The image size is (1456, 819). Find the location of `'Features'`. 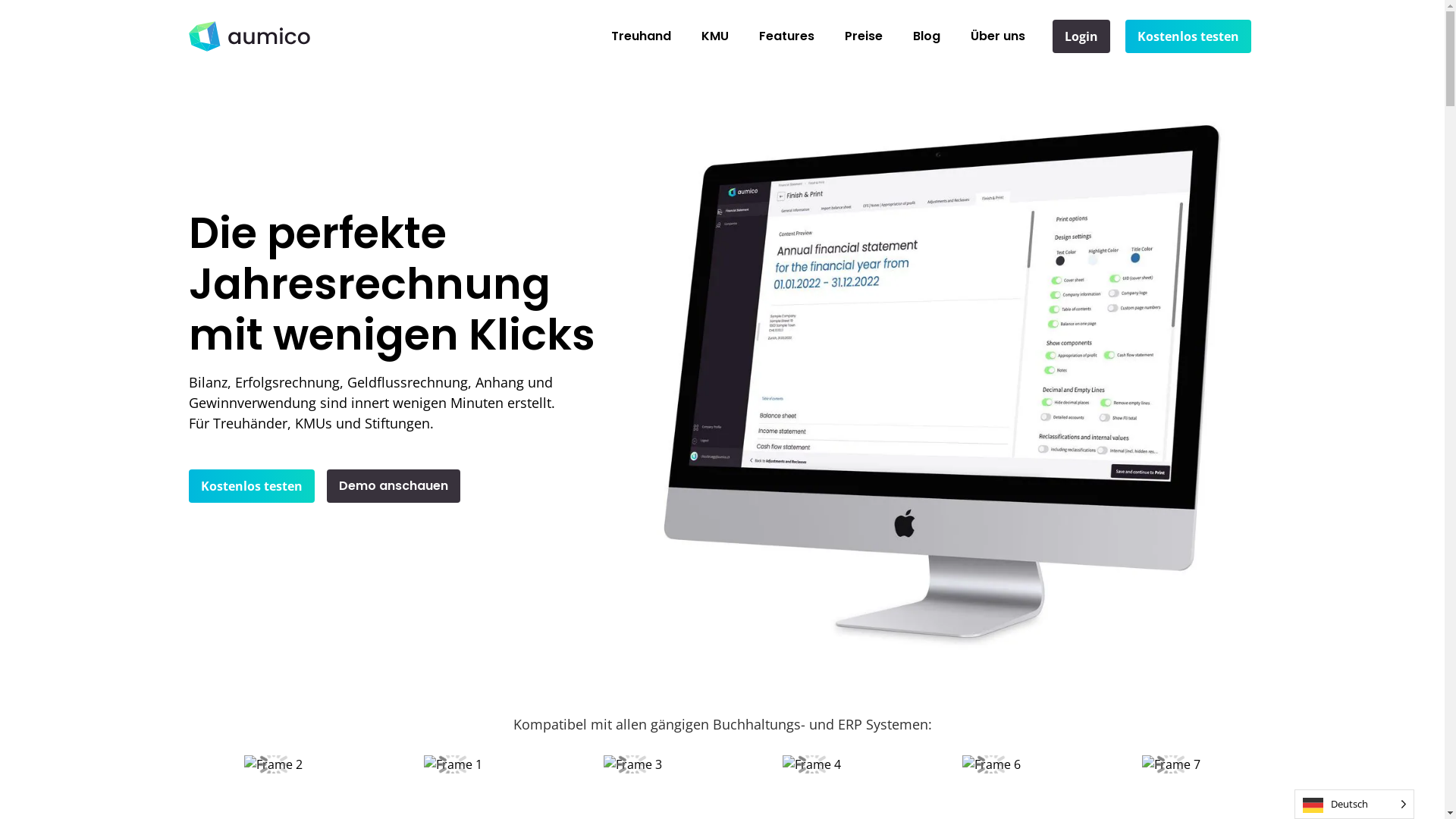

'Features' is located at coordinates (743, 35).